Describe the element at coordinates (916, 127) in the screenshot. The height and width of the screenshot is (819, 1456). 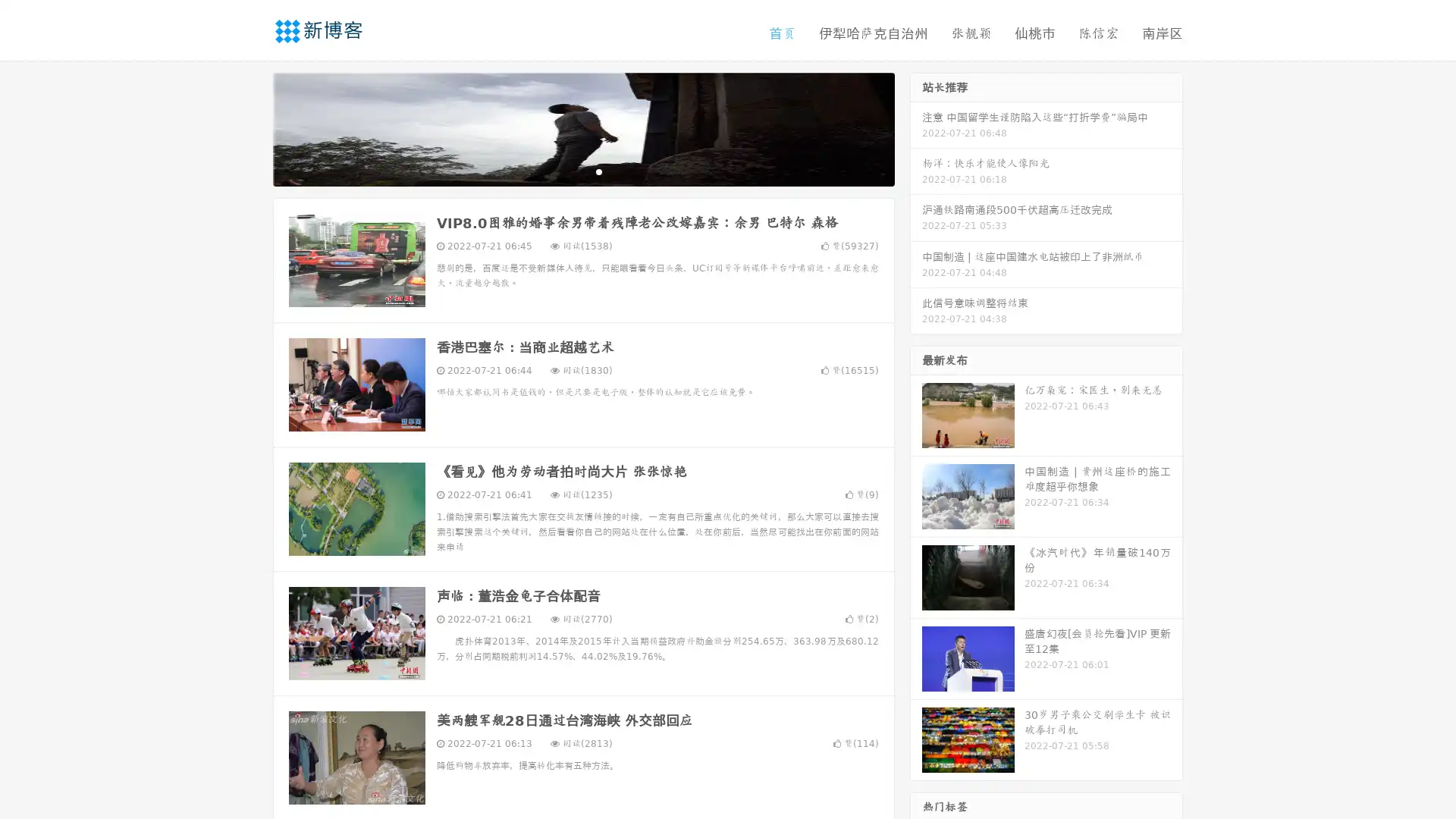
I see `Next slide` at that location.